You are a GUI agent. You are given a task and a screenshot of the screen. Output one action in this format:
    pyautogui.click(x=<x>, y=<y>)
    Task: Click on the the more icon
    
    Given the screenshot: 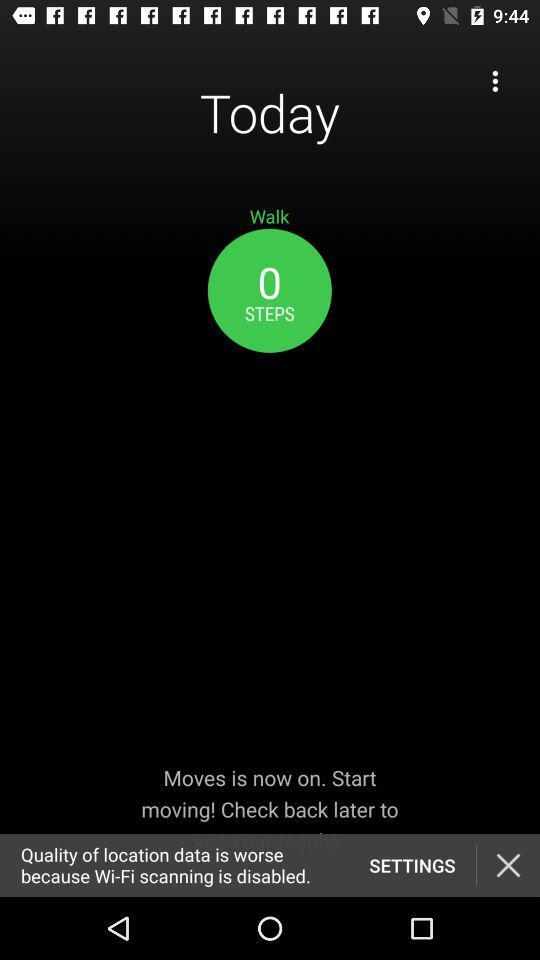 What is the action you would take?
    pyautogui.click(x=494, y=81)
    